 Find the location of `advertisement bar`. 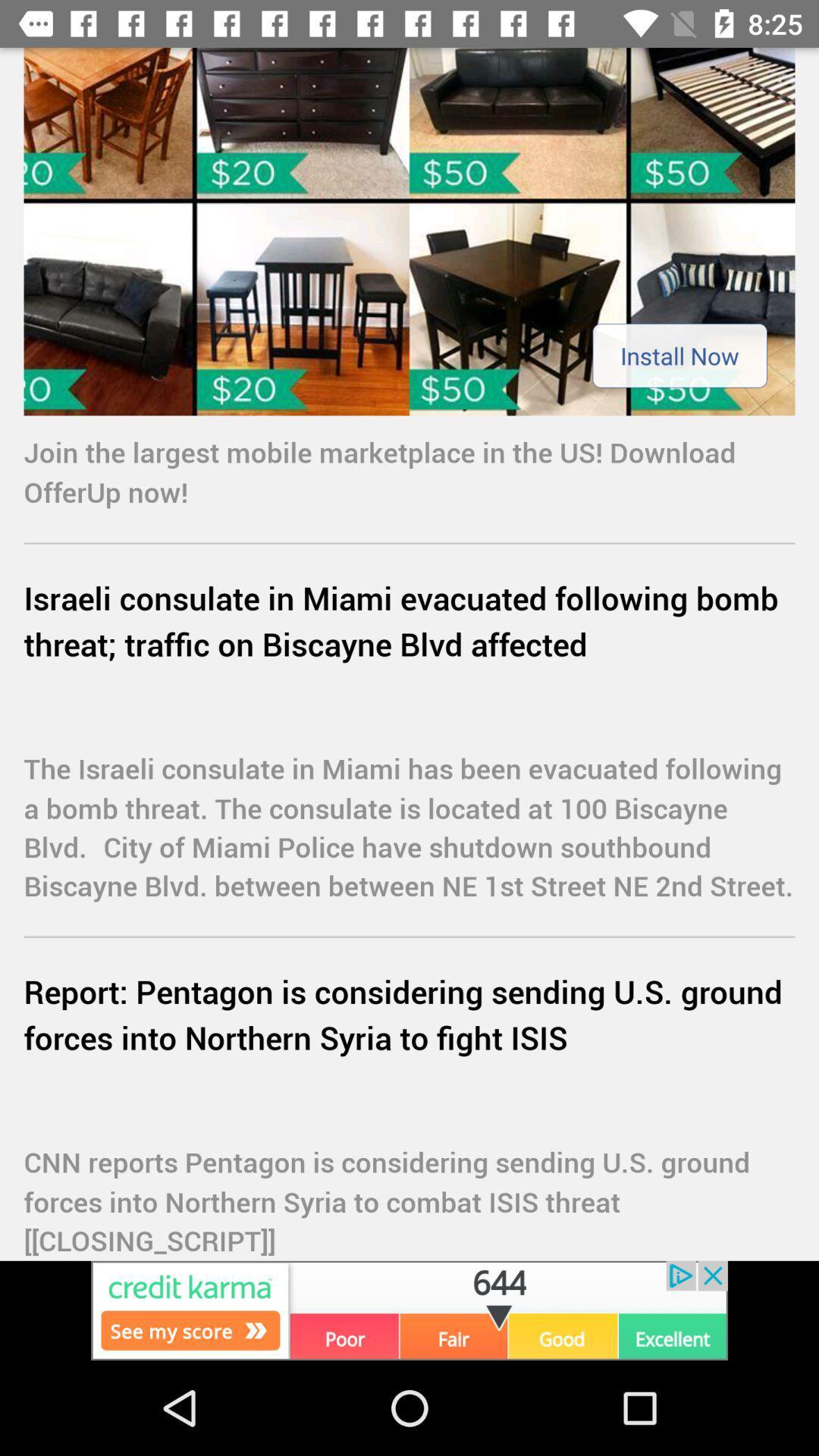

advertisement bar is located at coordinates (409, 1310).